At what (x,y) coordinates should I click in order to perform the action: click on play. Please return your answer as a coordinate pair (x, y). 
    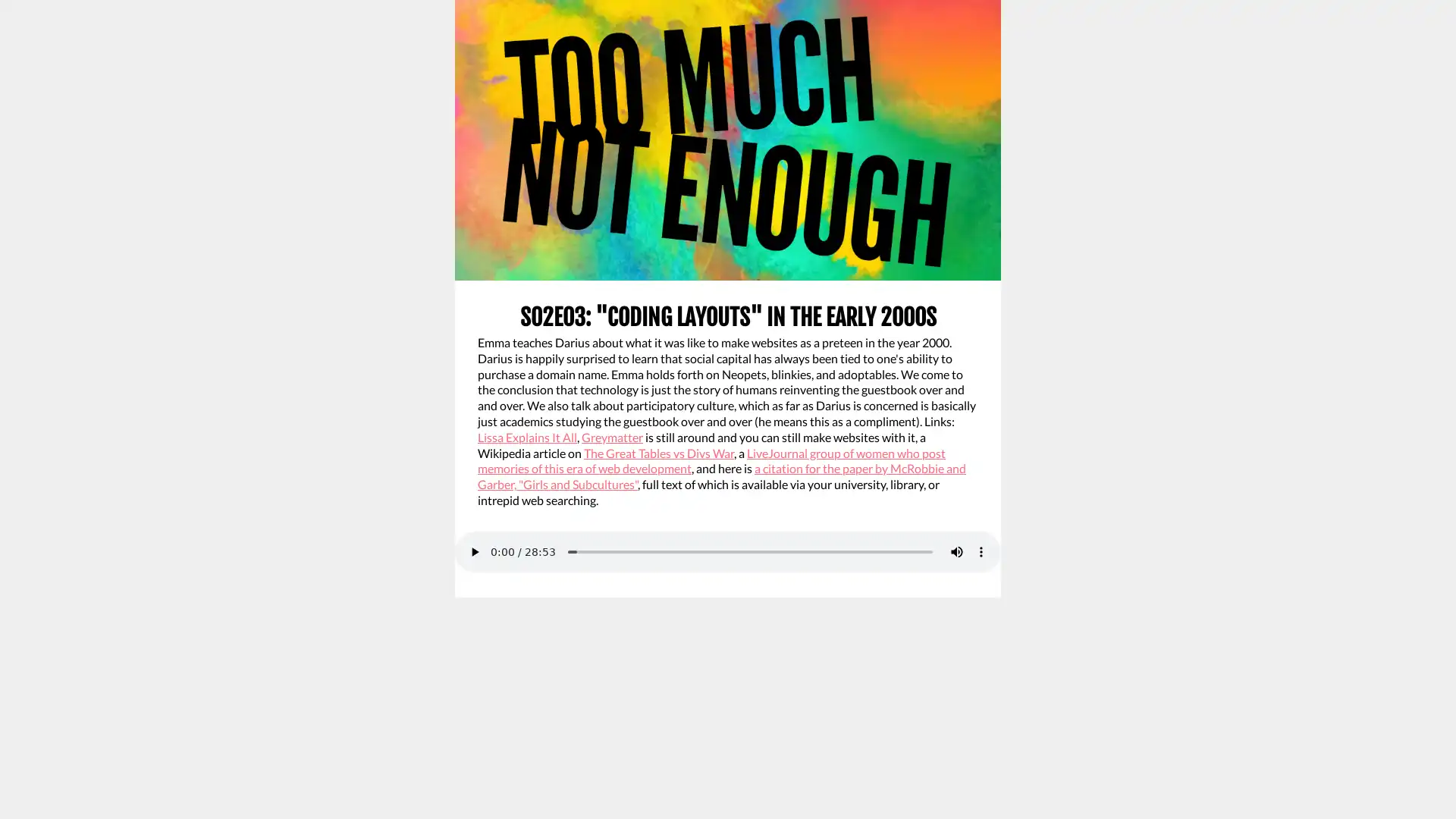
    Looking at the image, I should click on (473, 551).